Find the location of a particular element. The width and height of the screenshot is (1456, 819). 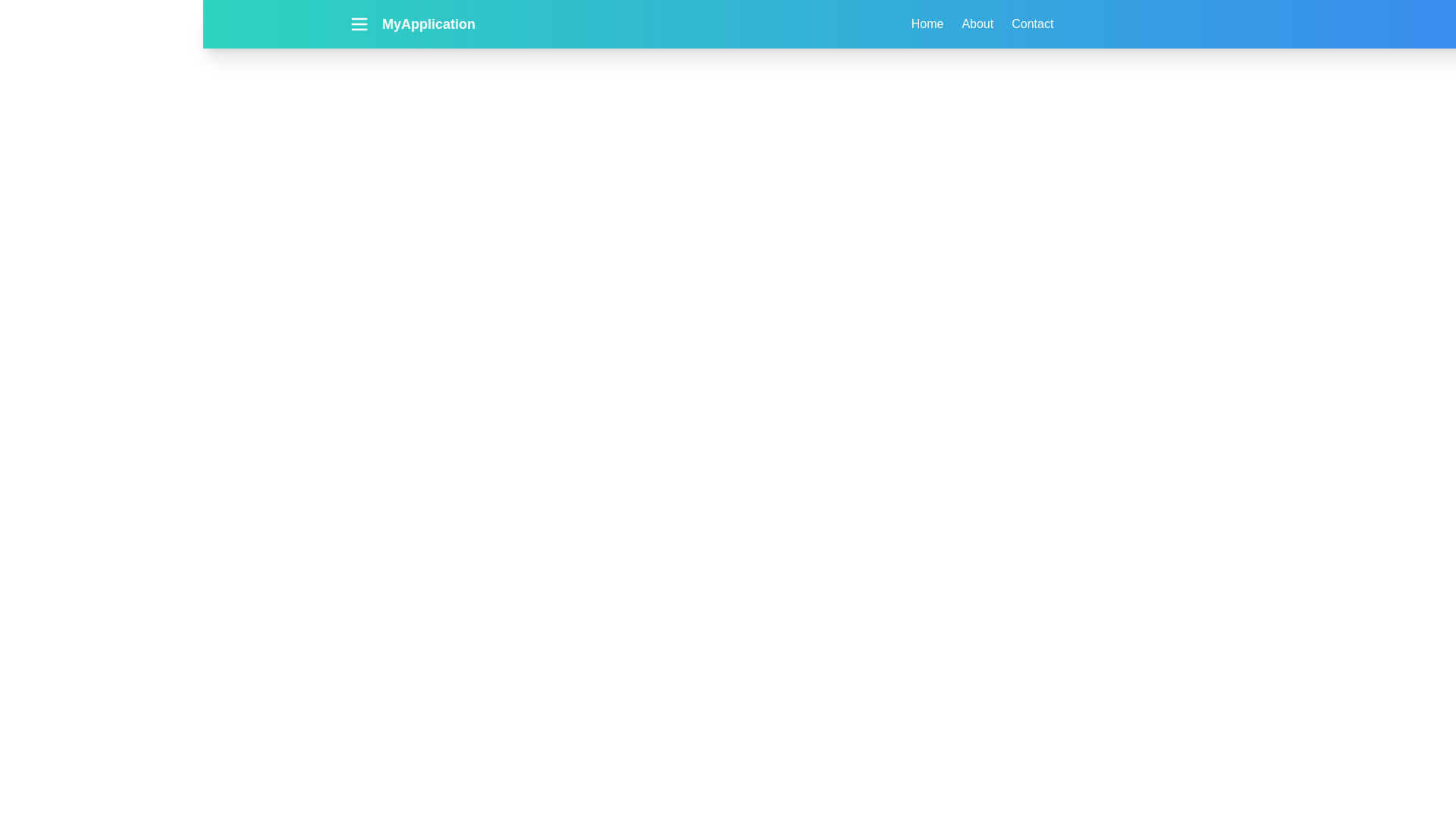

the 'About' link in the navigation bar is located at coordinates (977, 24).